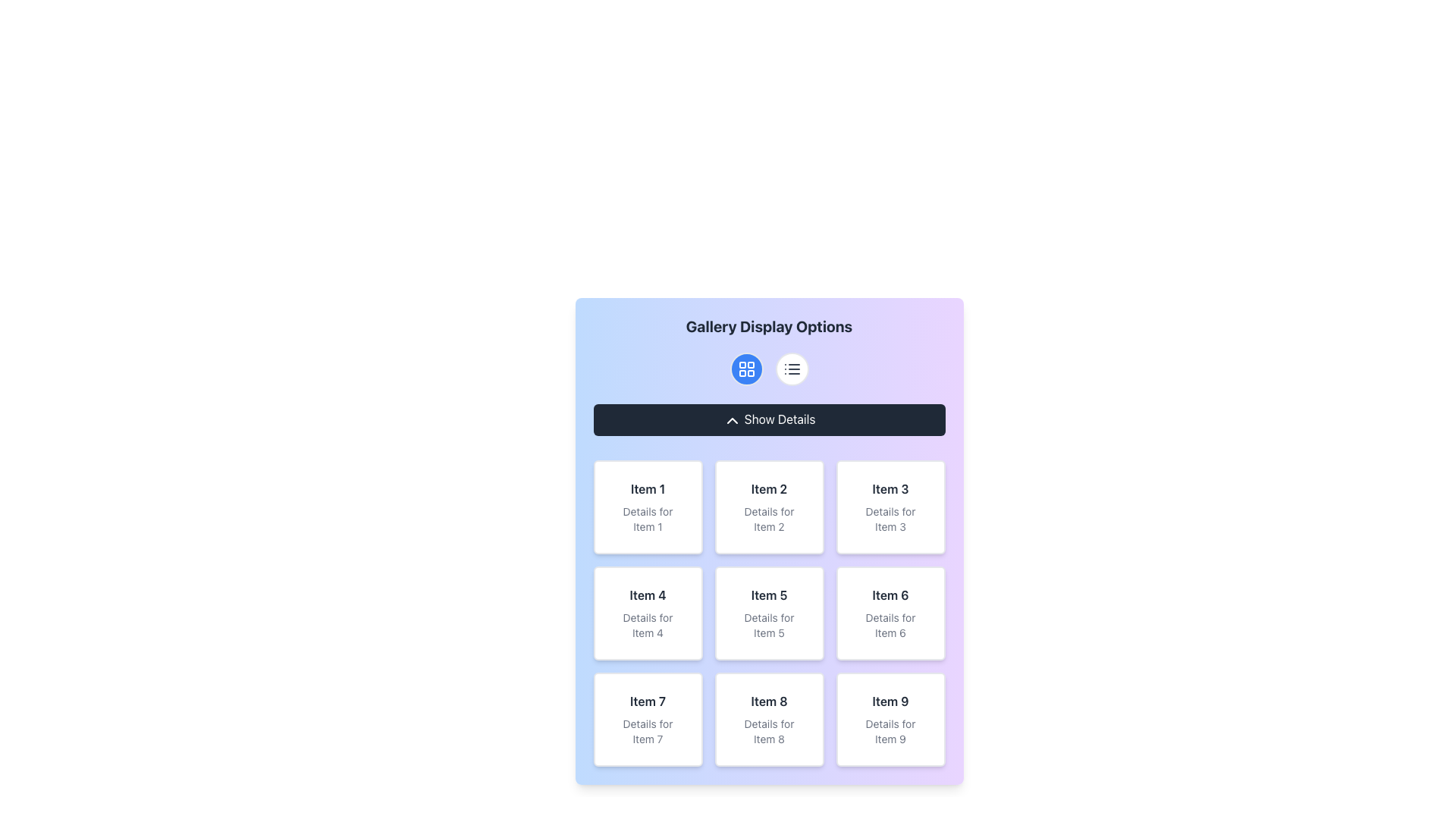 The width and height of the screenshot is (1456, 819). I want to click on the text label that reads 'Details for Item 5', which is styled in light gray and positioned below 'Item 5' in the fifth card of a 3x3 grid, so click(769, 625).